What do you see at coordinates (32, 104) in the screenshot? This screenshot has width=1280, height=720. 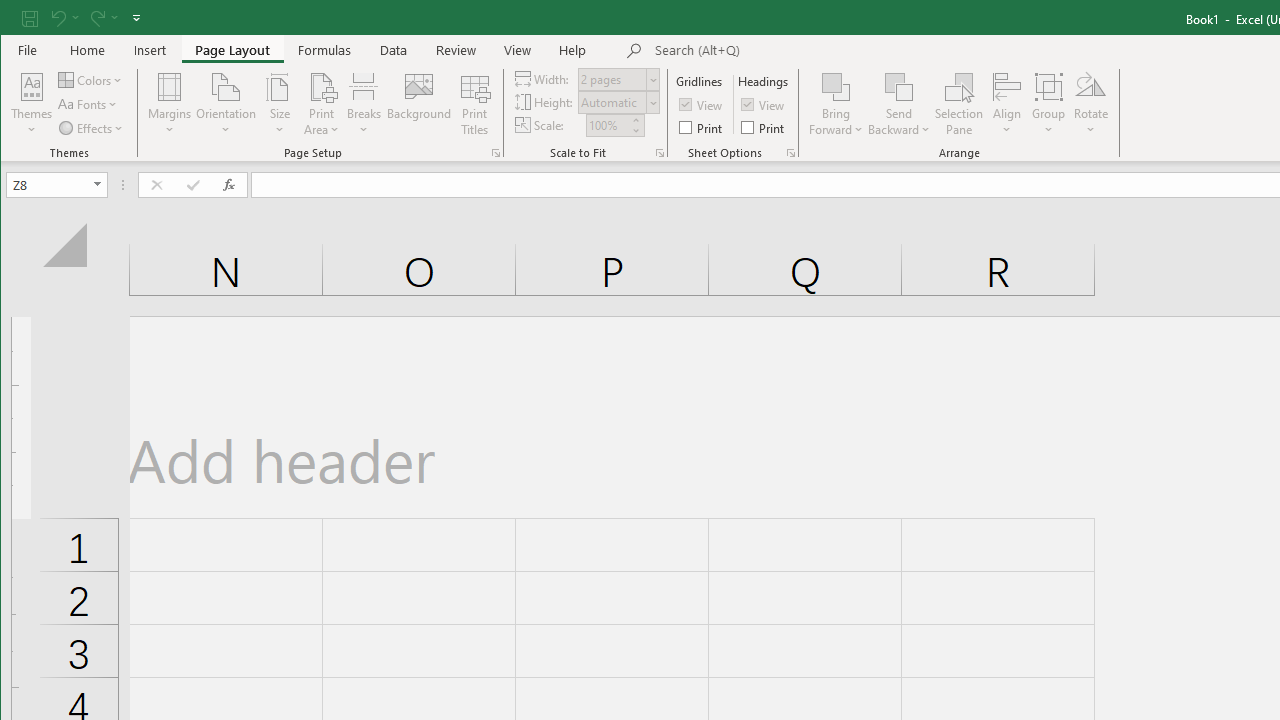 I see `'Themes'` at bounding box center [32, 104].